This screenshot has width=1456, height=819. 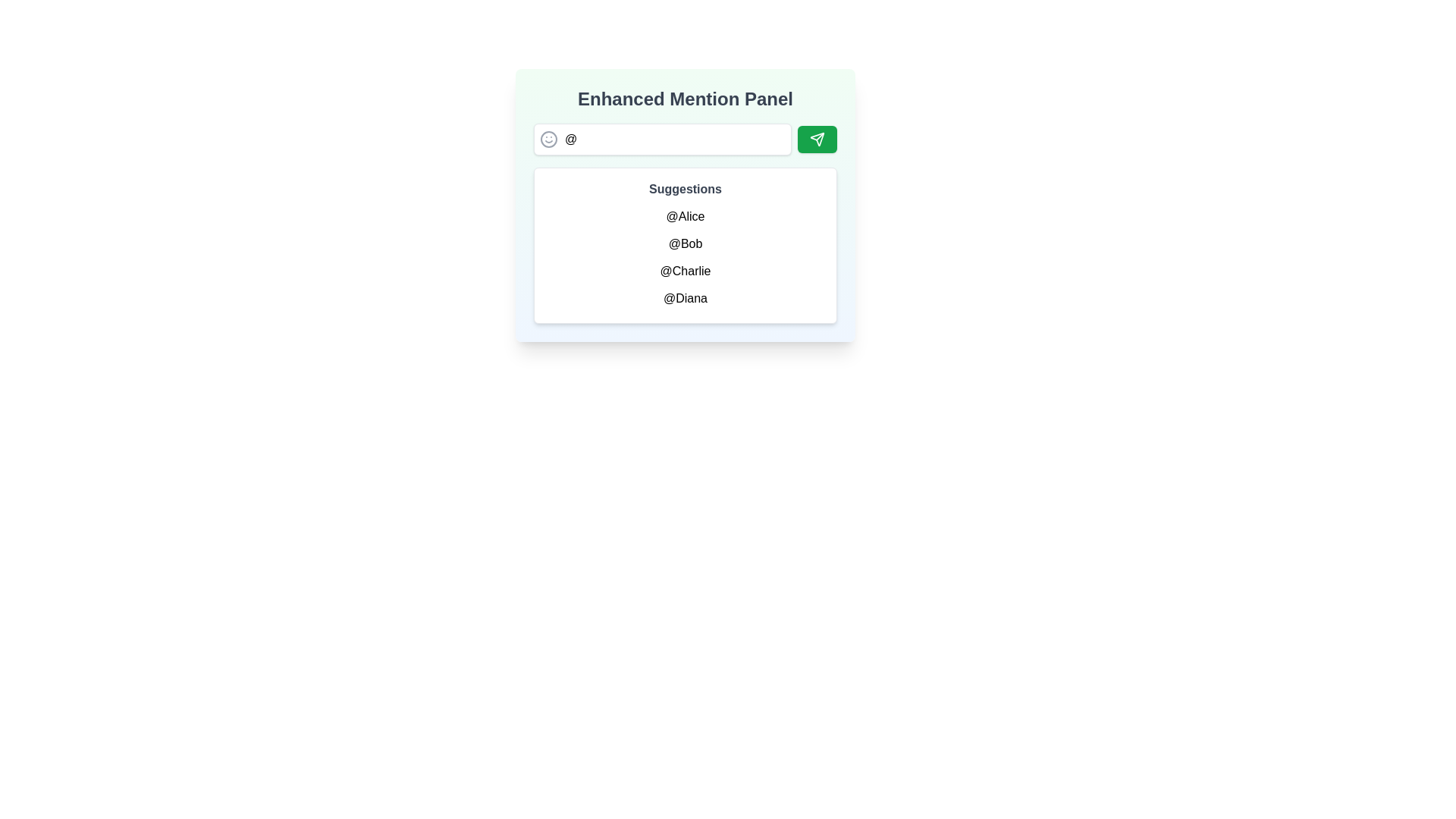 I want to click on the Text label that serves as the header for the suggestion list, located at the top of the panel, horizontally centered above clickable names, so click(x=684, y=189).